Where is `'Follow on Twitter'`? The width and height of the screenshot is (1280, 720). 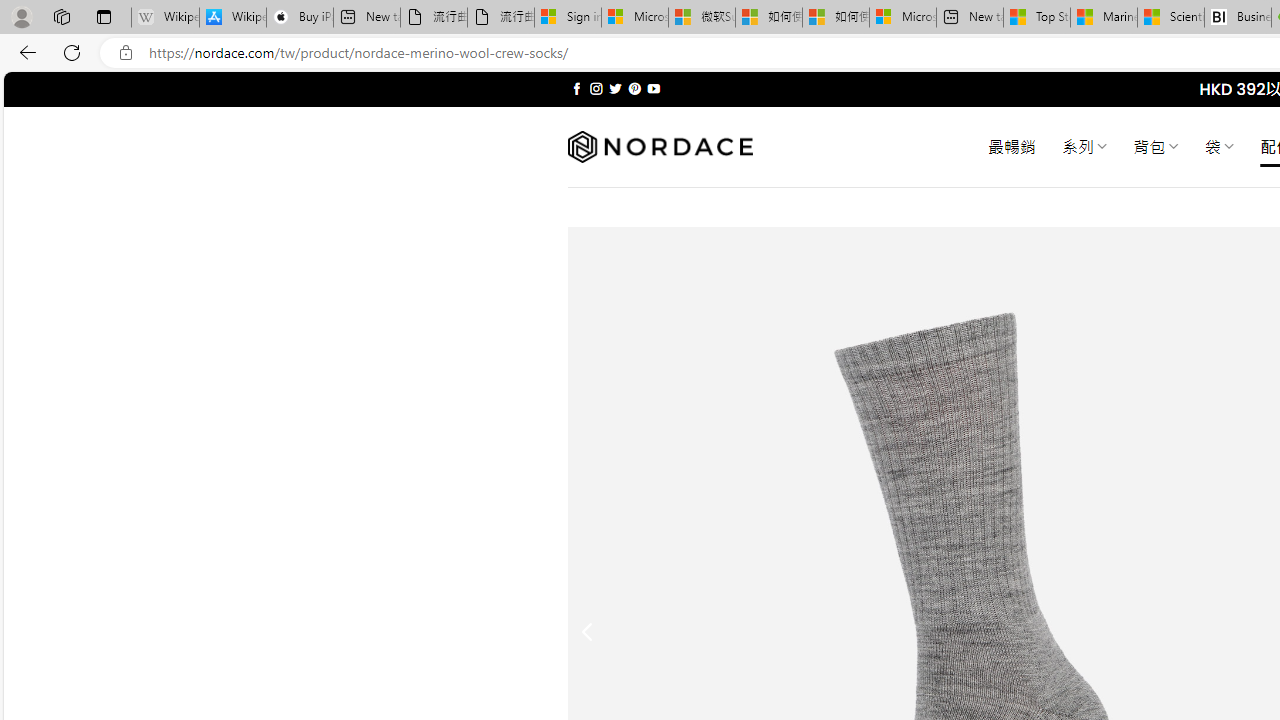 'Follow on Twitter' is located at coordinates (614, 88).